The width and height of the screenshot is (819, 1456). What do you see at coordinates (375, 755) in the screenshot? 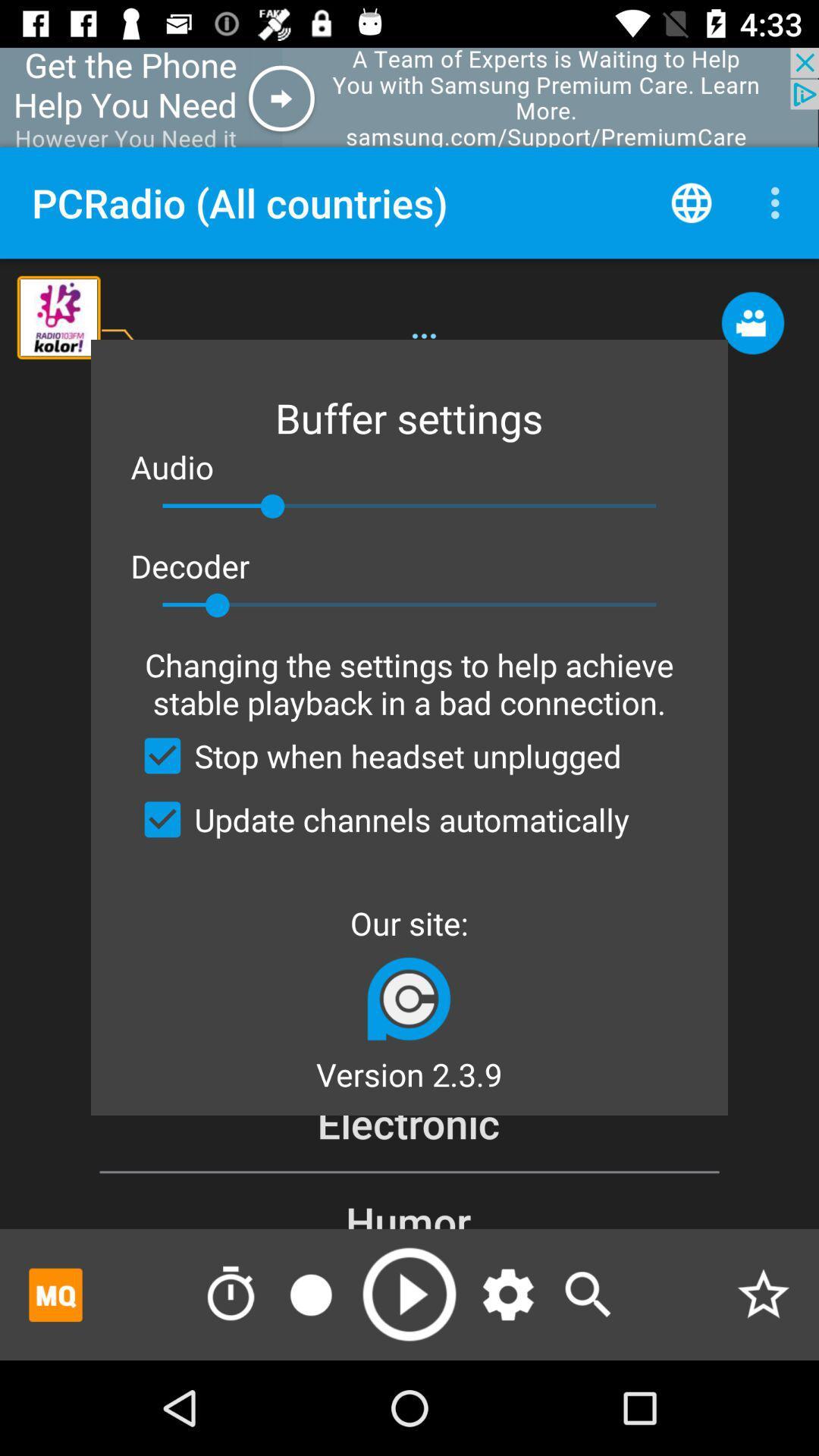
I see `app below the changing the settings` at bounding box center [375, 755].